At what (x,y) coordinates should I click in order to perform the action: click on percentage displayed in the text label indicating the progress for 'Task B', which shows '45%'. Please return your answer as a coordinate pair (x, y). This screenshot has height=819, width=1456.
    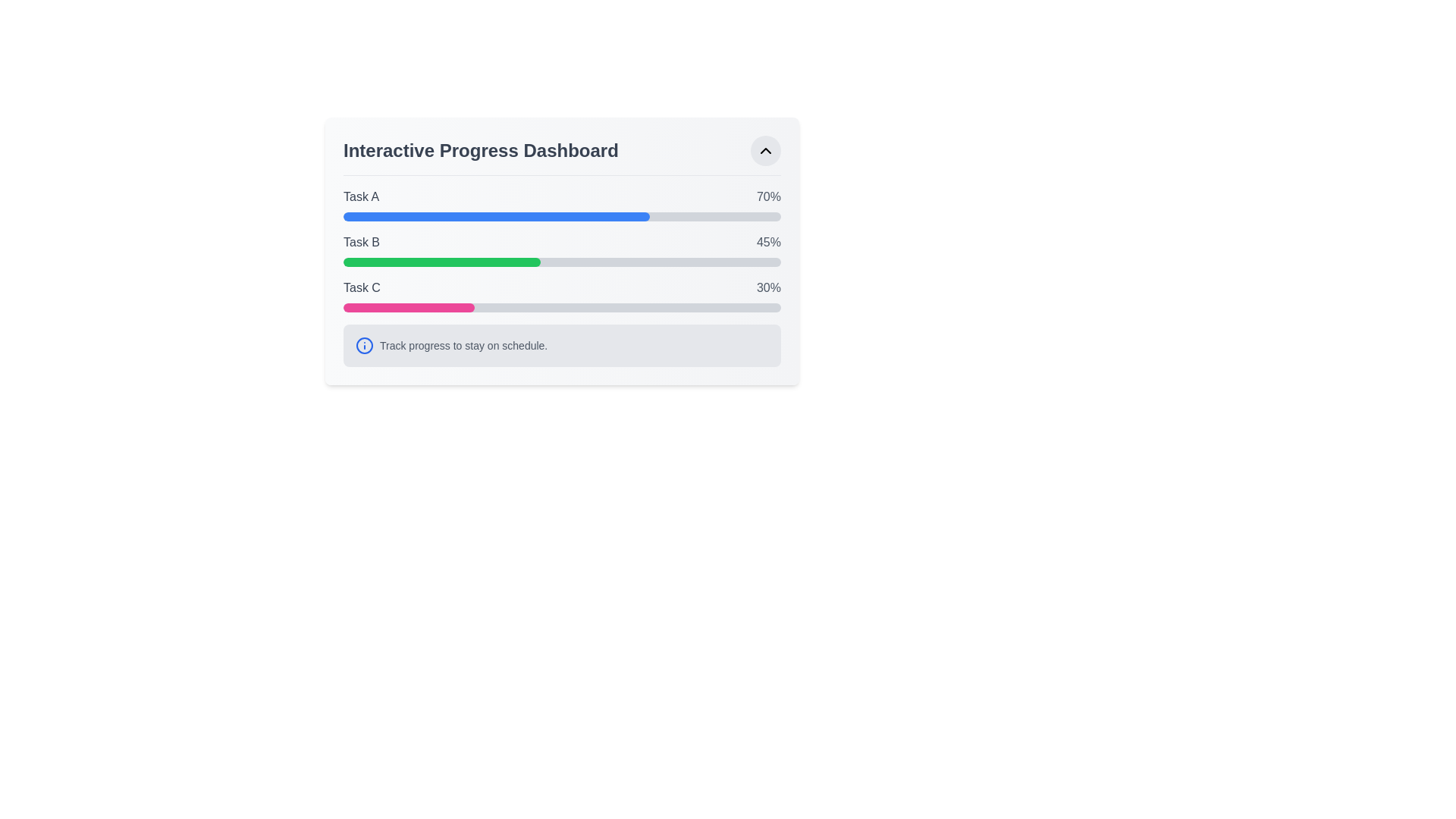
    Looking at the image, I should click on (768, 242).